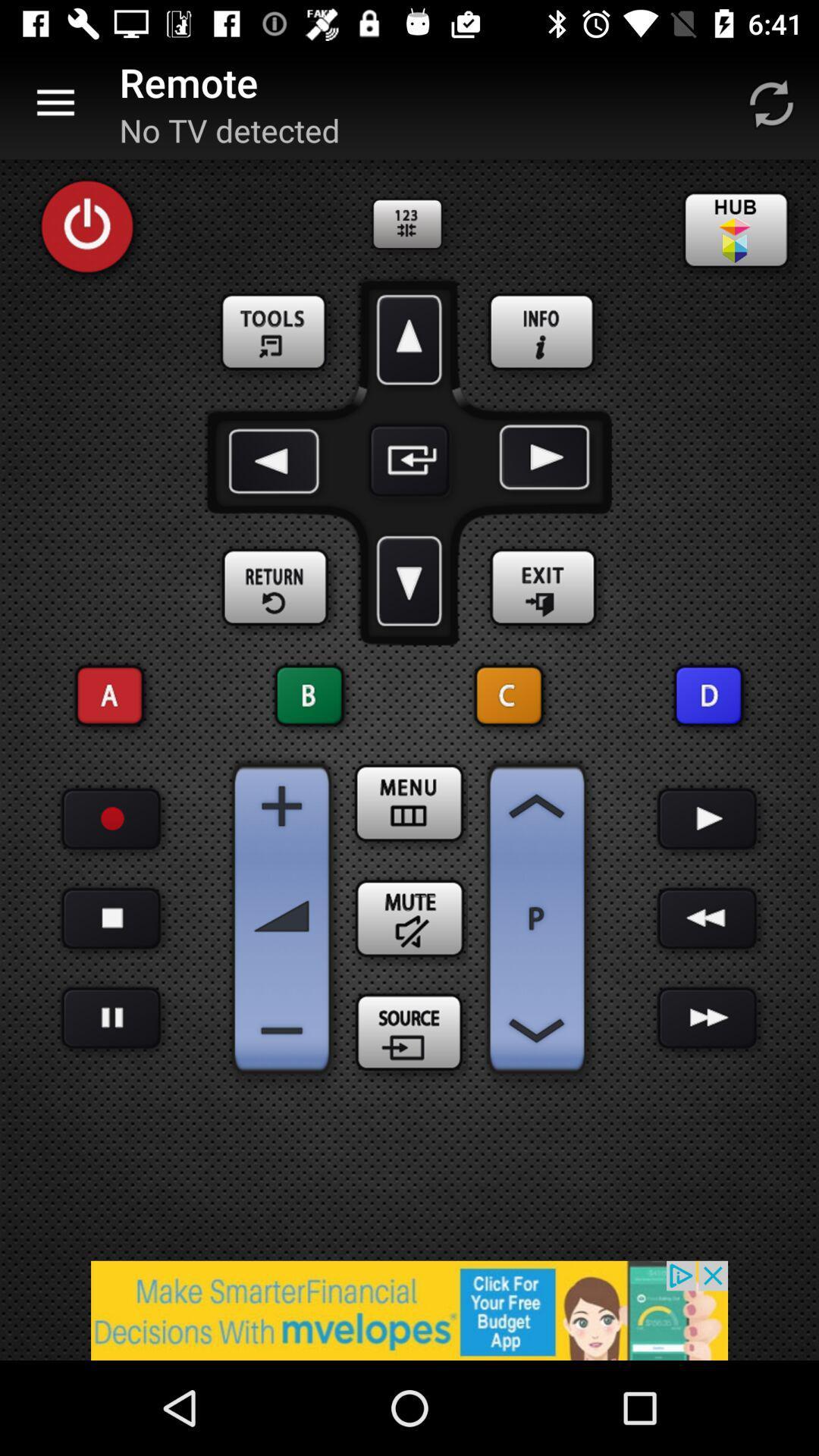 The height and width of the screenshot is (1456, 819). What do you see at coordinates (708, 818) in the screenshot?
I see `the play icon` at bounding box center [708, 818].